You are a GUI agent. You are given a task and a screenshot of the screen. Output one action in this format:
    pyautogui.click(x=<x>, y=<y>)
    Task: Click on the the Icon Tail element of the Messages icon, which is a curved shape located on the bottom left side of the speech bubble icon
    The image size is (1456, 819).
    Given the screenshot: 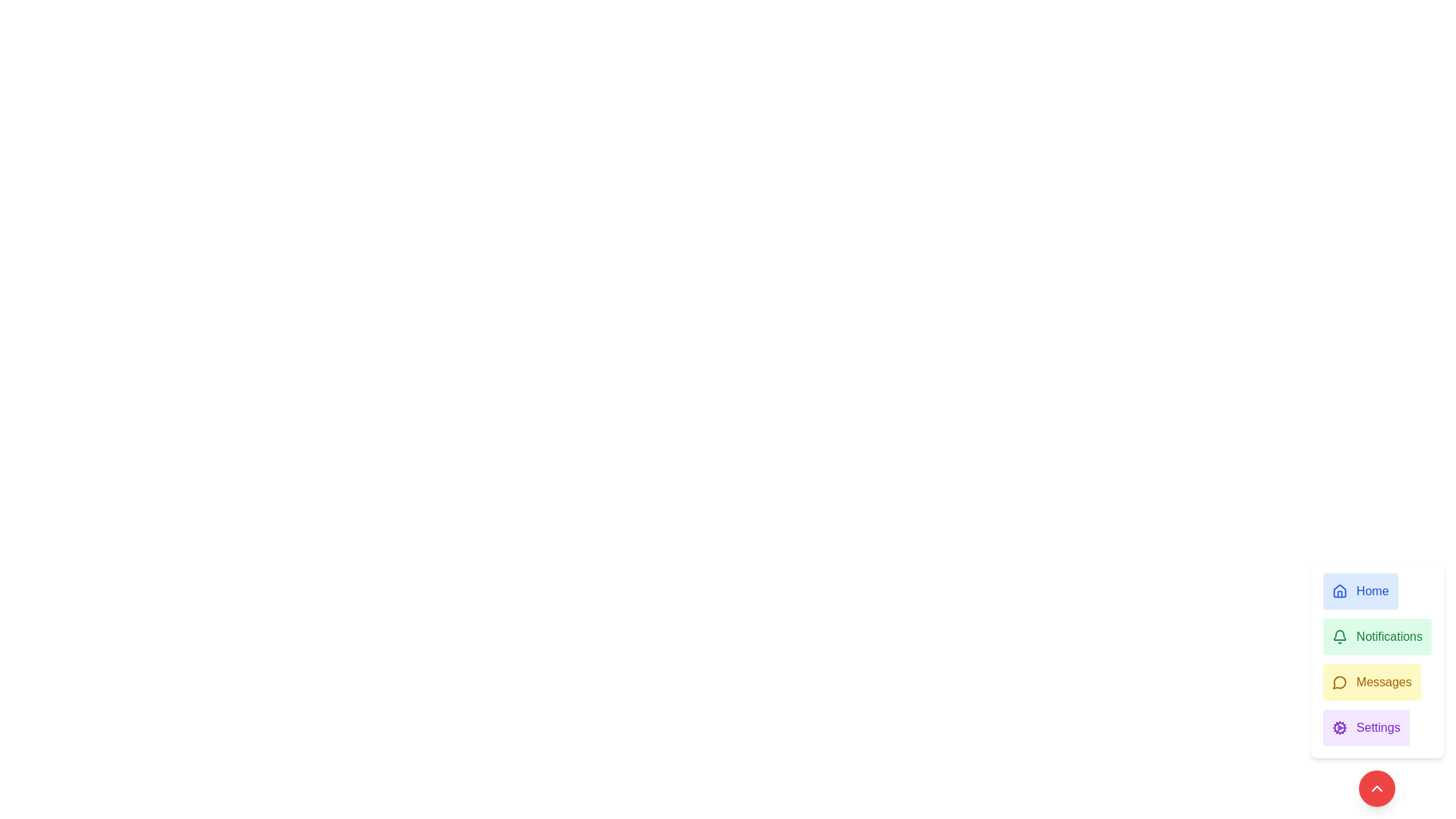 What is the action you would take?
    pyautogui.click(x=1339, y=682)
    